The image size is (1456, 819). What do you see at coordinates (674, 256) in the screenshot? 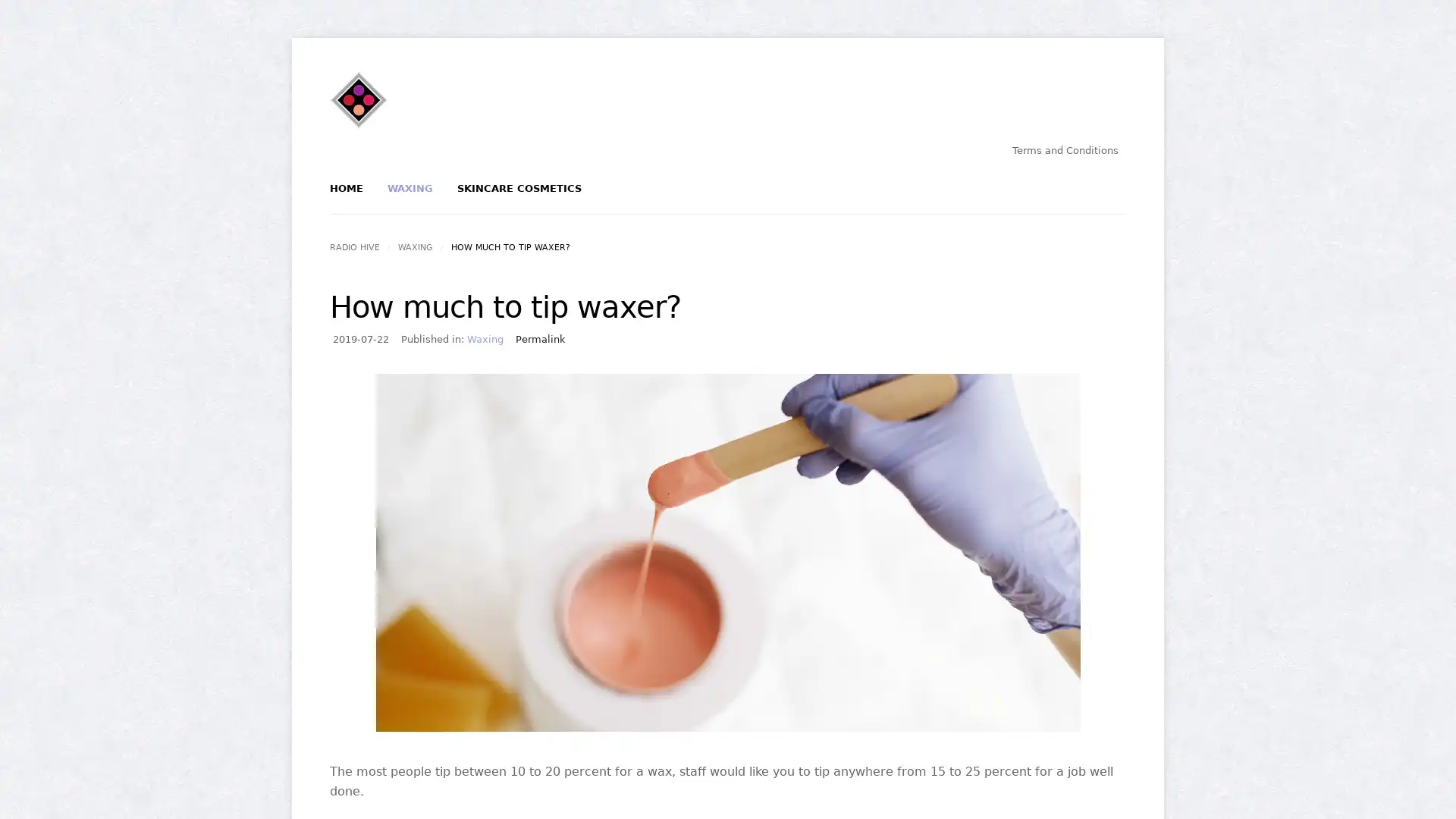
I see `Log In` at bounding box center [674, 256].